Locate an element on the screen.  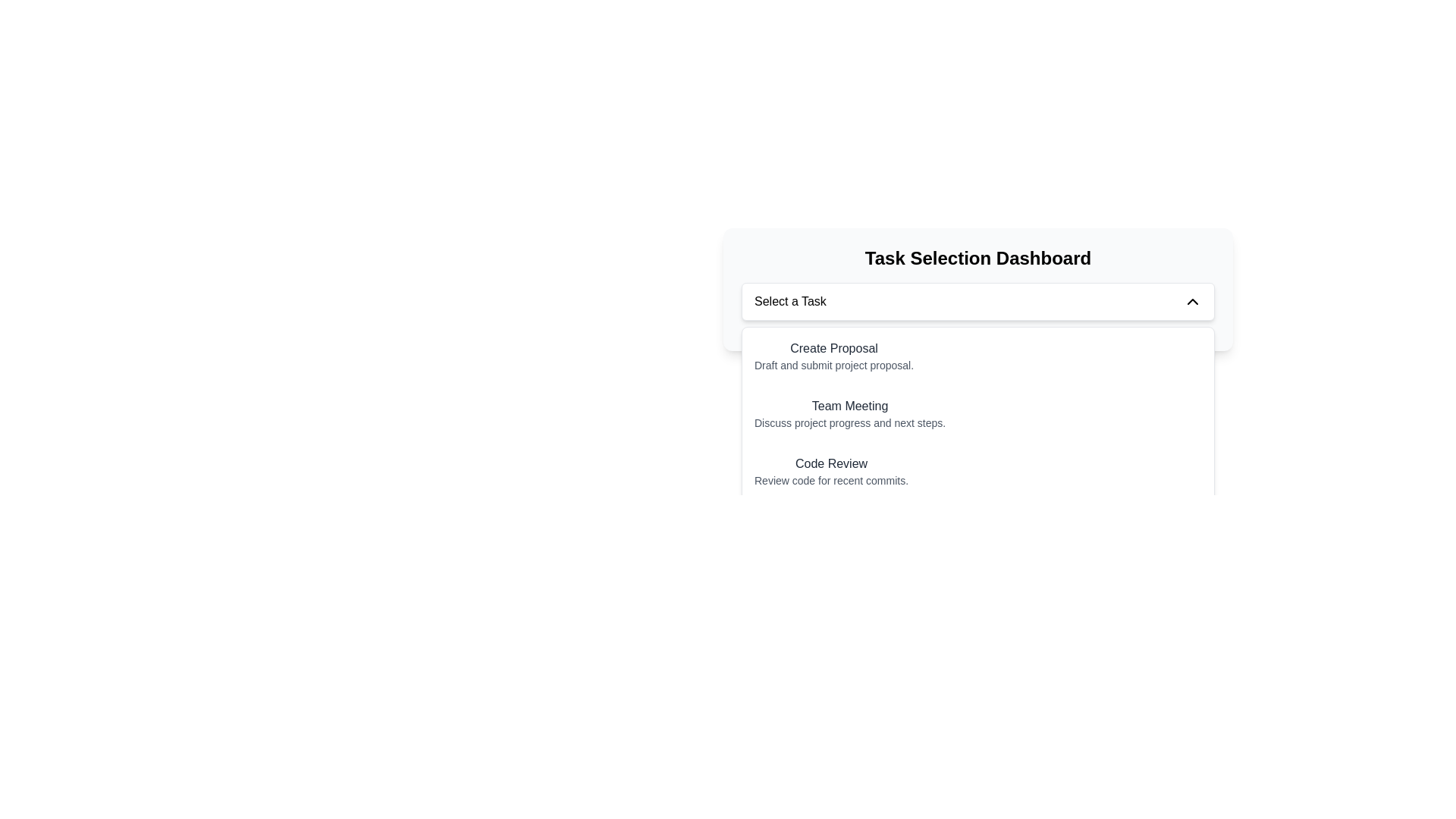
the Text block titled 'Code Review' which displays the description 'Review code for recent commits.' This element is the third option in the 'Select a Task' dropdown of the 'Task Selection Dashboard' is located at coordinates (830, 470).